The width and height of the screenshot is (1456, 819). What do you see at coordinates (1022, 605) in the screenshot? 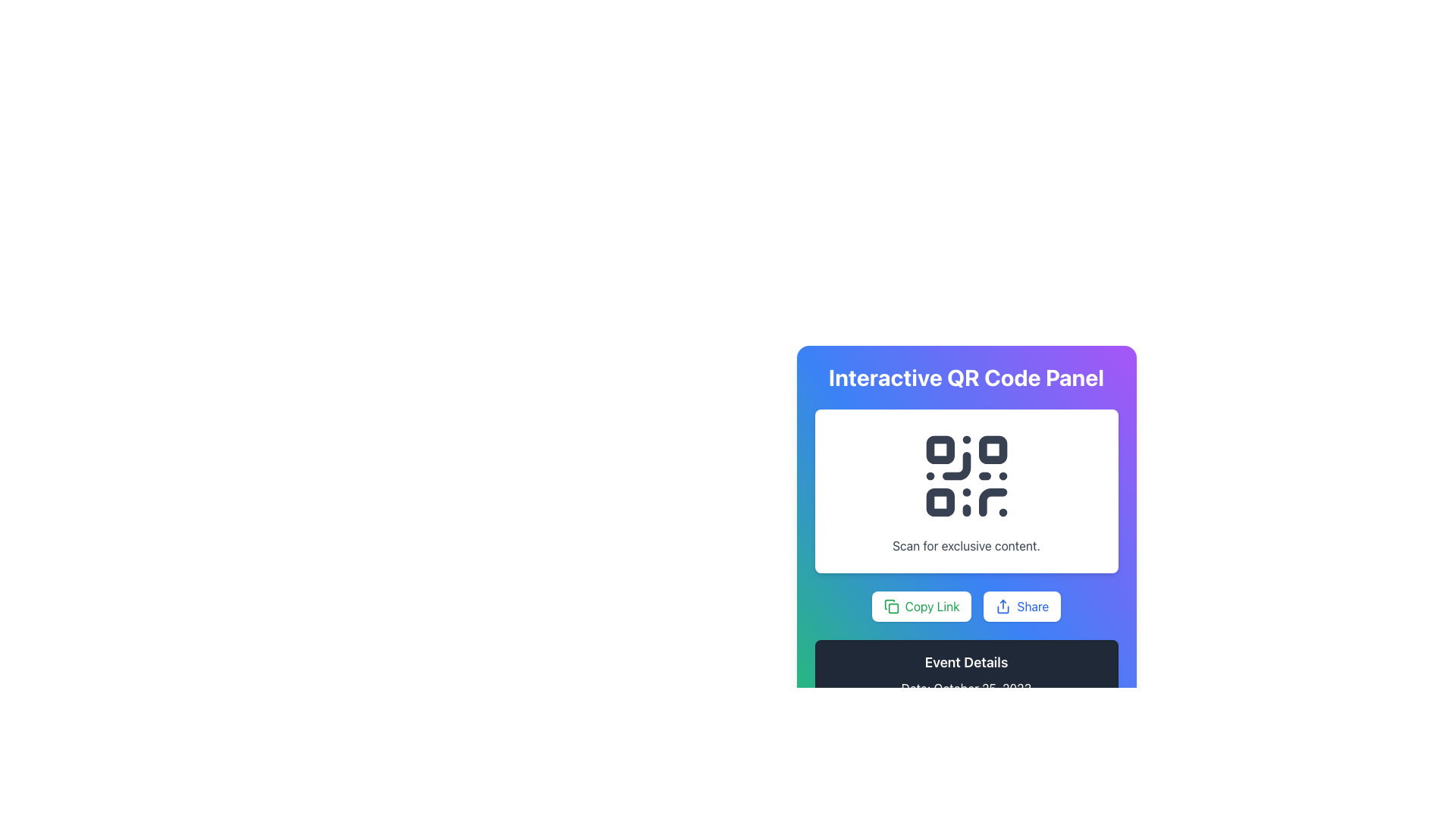
I see `the 'Share' button, which has a white background, rounded corners, and displays a blue outlined upward arrow icon next to the text 'Share', located in the 'Interactive QR Code Panel'` at bounding box center [1022, 605].